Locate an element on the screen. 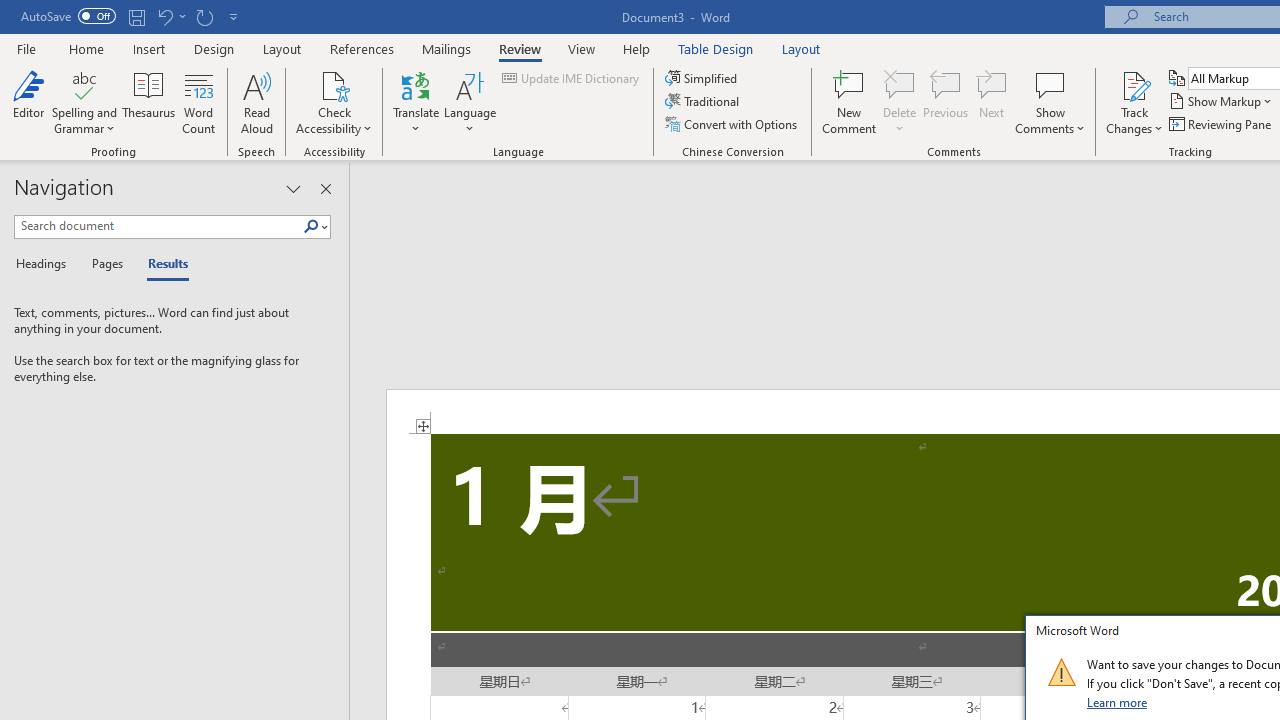 Image resolution: width=1280 pixels, height=720 pixels. 'Show Markup' is located at coordinates (1221, 101).